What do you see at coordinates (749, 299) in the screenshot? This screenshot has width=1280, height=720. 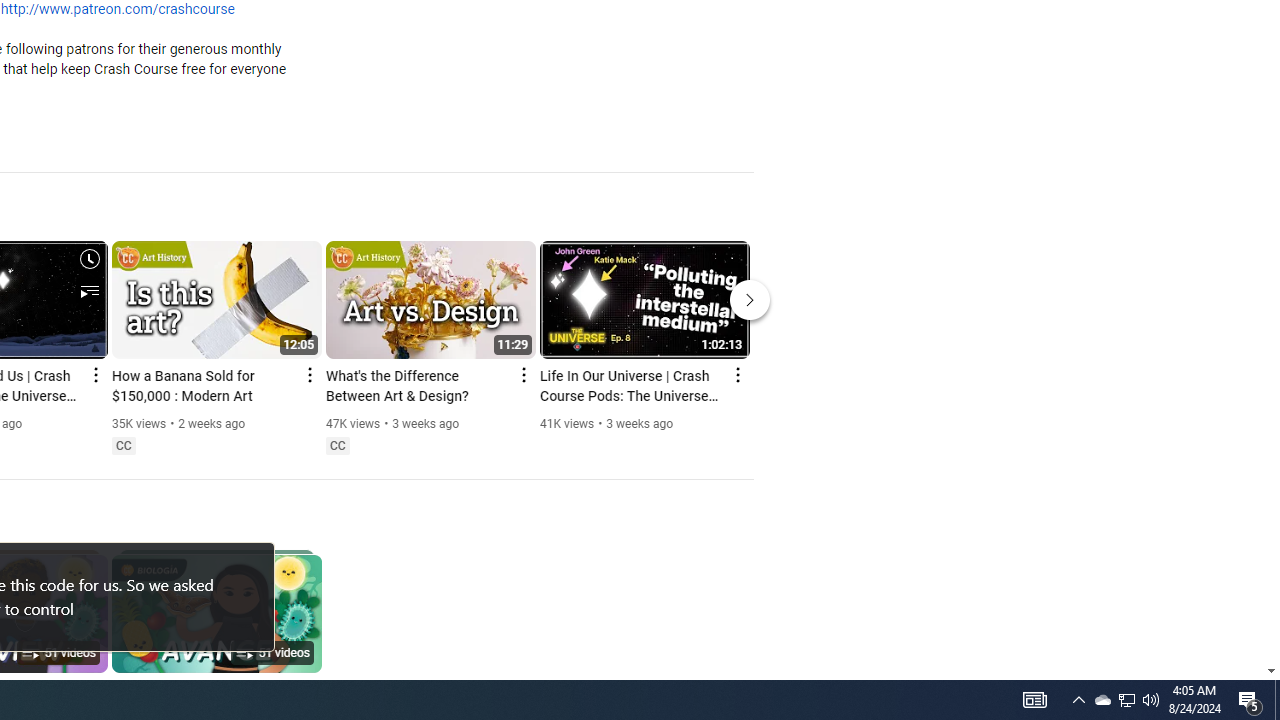 I see `'Next'` at bounding box center [749, 299].